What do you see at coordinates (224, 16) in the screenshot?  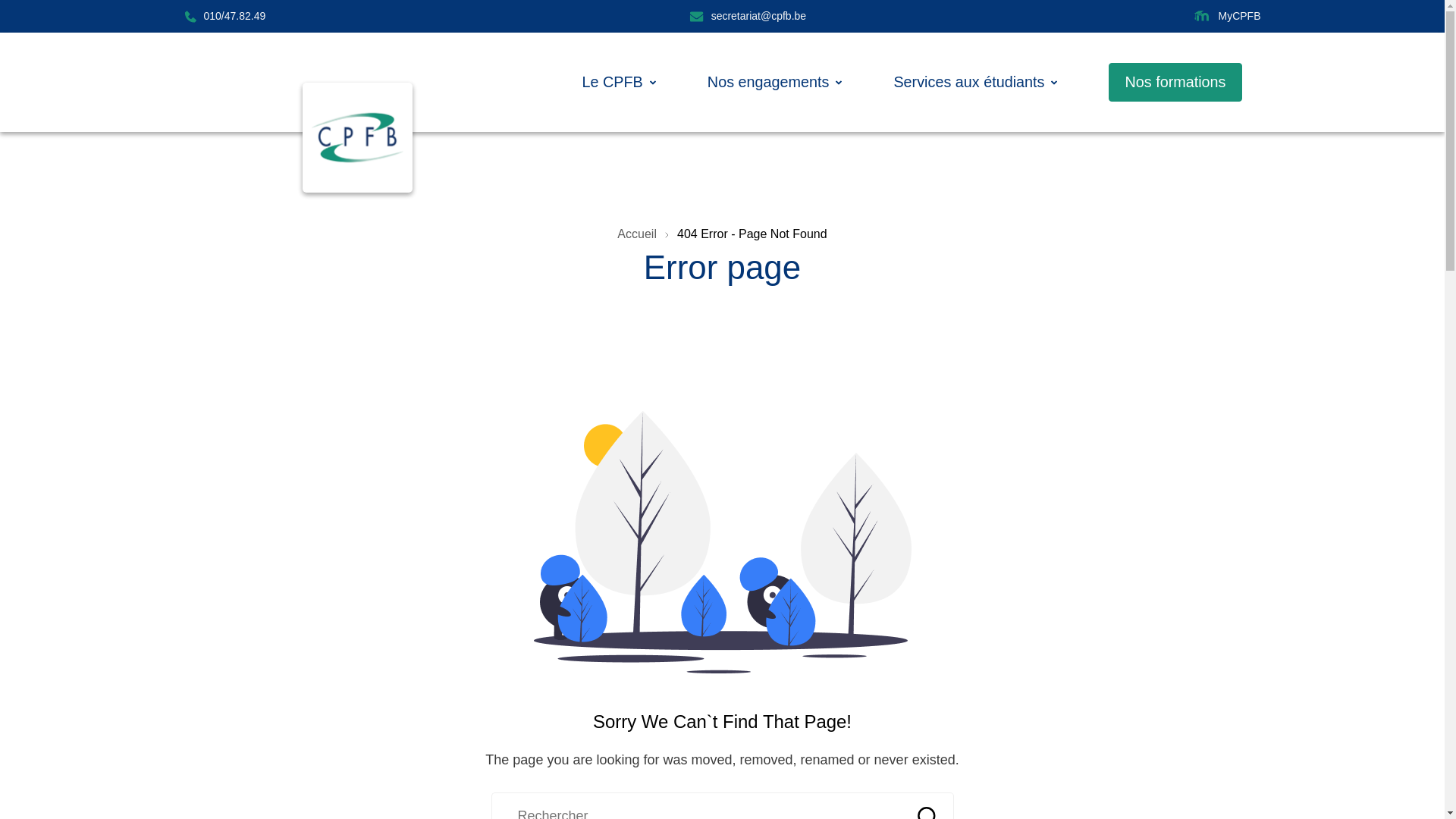 I see `'010/47.82.49'` at bounding box center [224, 16].